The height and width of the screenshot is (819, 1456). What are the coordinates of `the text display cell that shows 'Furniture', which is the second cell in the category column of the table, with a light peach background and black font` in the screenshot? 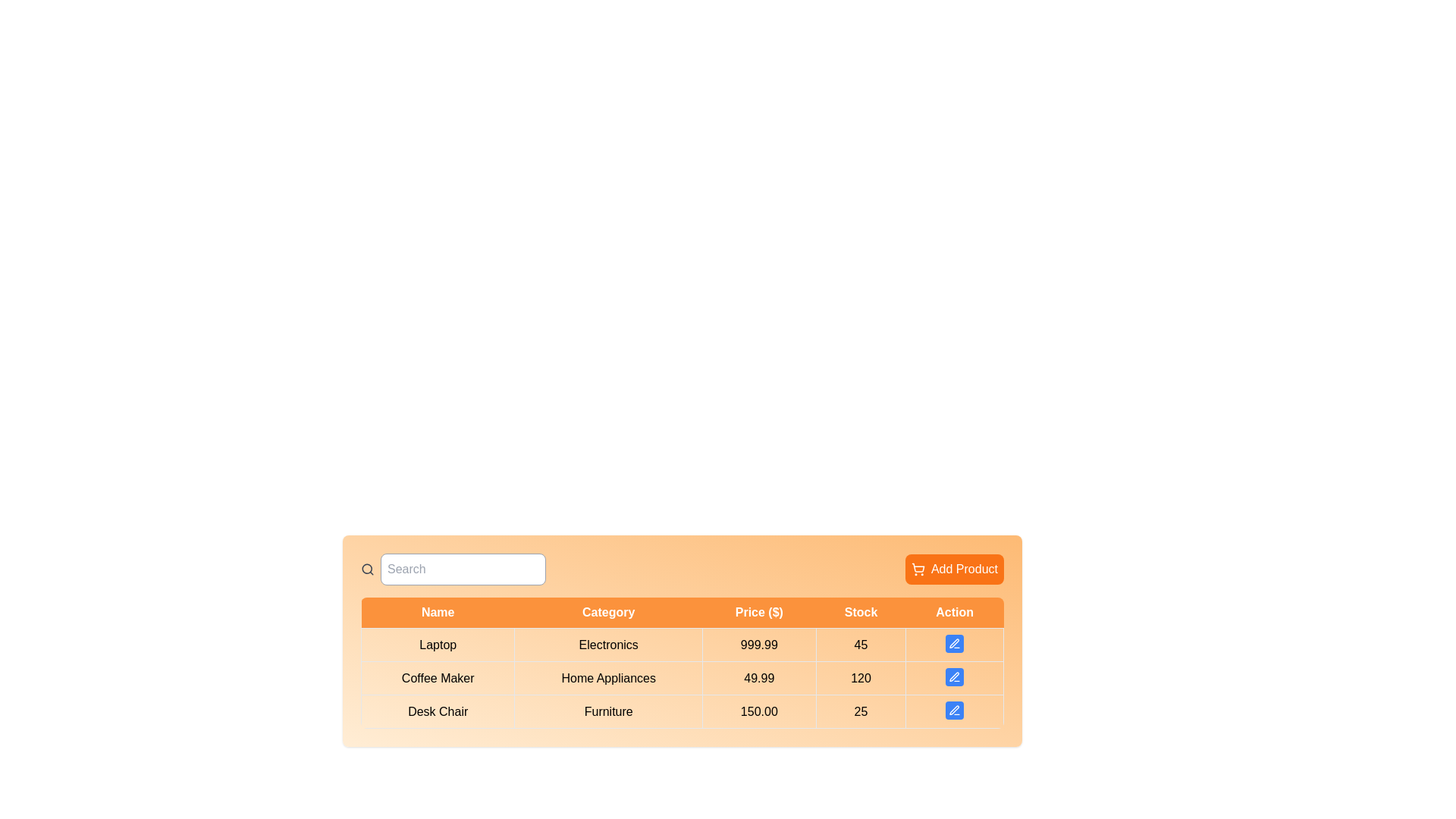 It's located at (608, 711).